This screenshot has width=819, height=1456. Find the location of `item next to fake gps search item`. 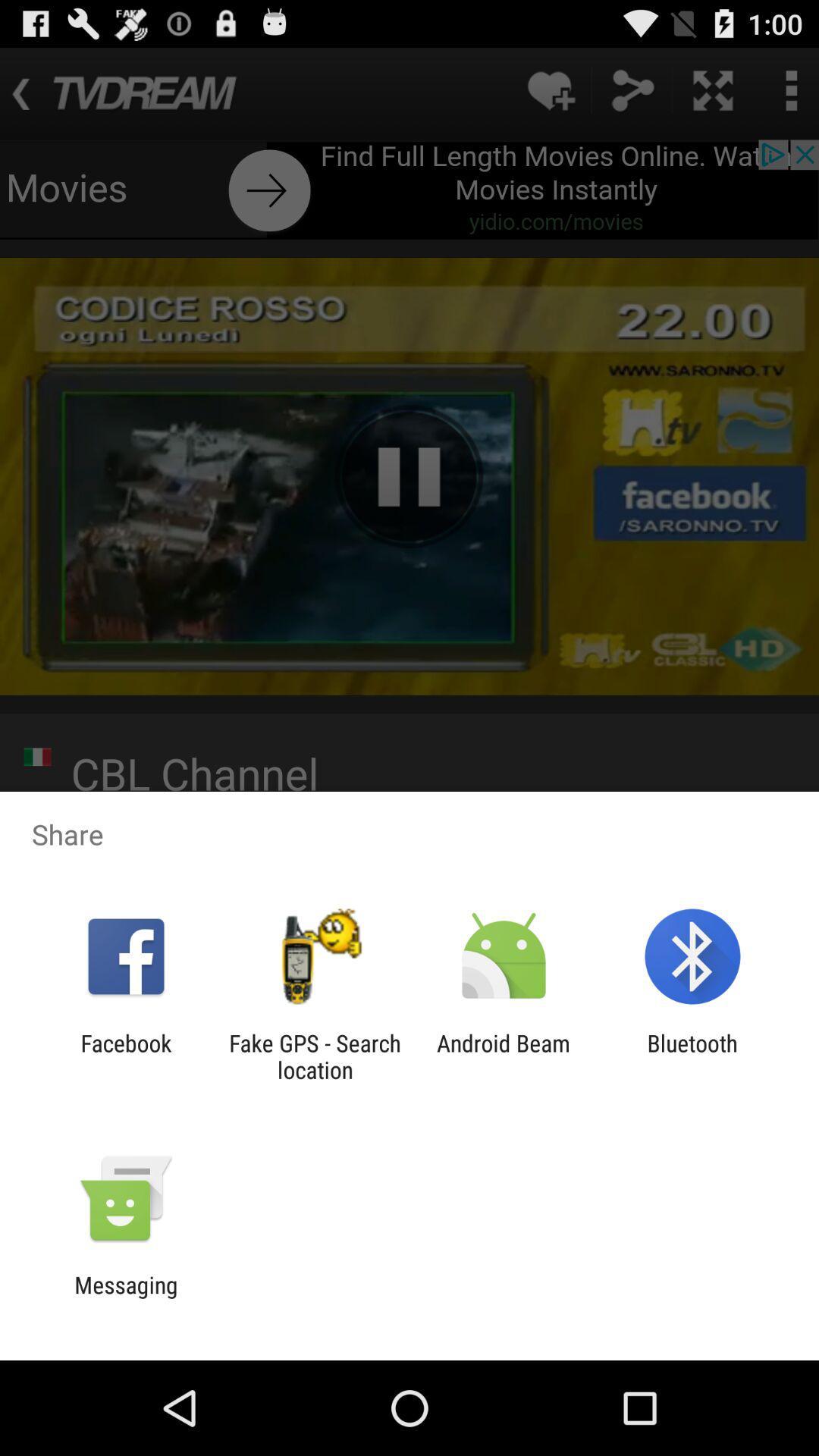

item next to fake gps search item is located at coordinates (504, 1056).